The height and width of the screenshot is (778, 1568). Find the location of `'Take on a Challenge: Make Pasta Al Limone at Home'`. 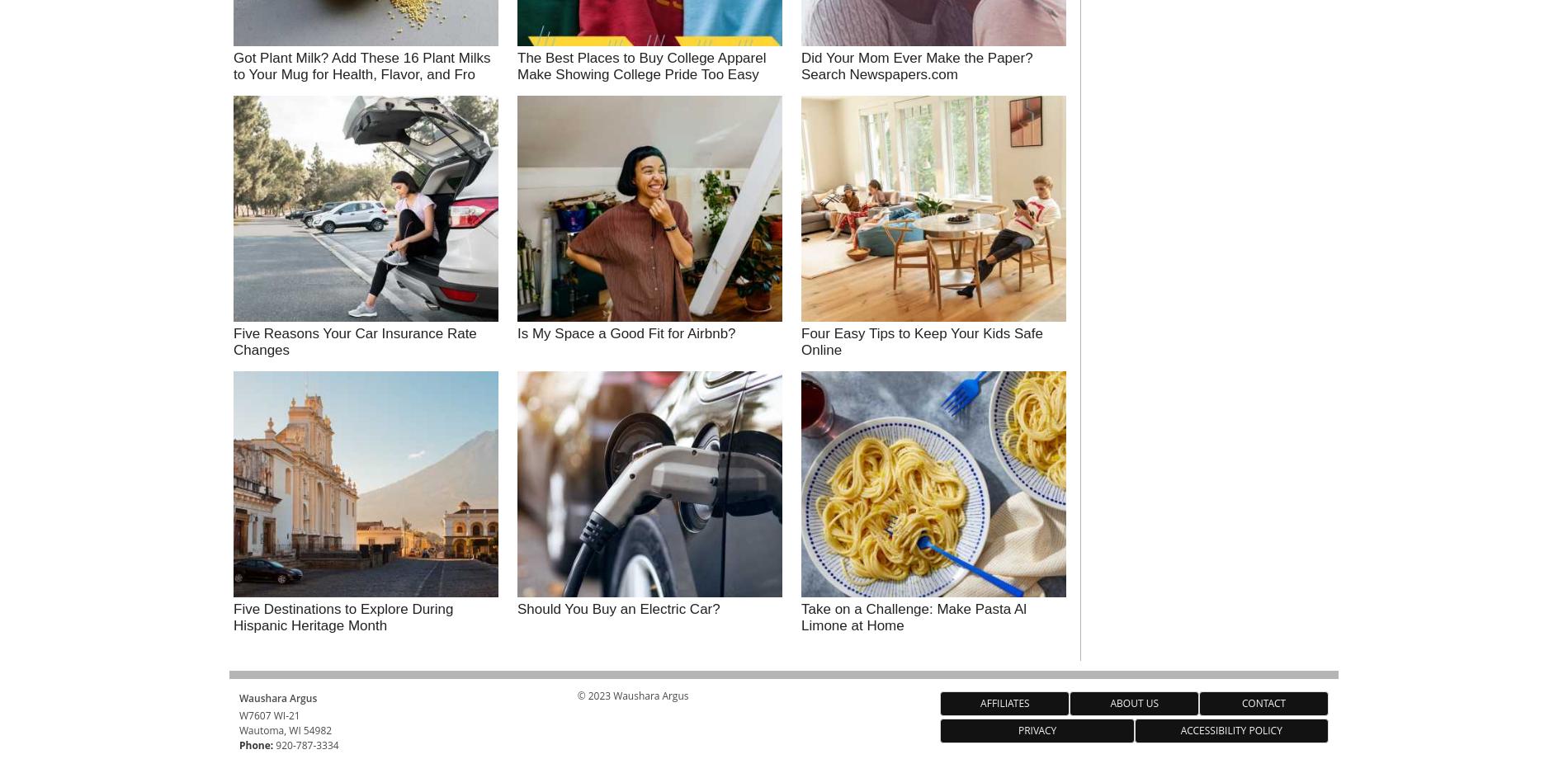

'Take on a Challenge: Make Pasta Al Limone at Home' is located at coordinates (914, 616).